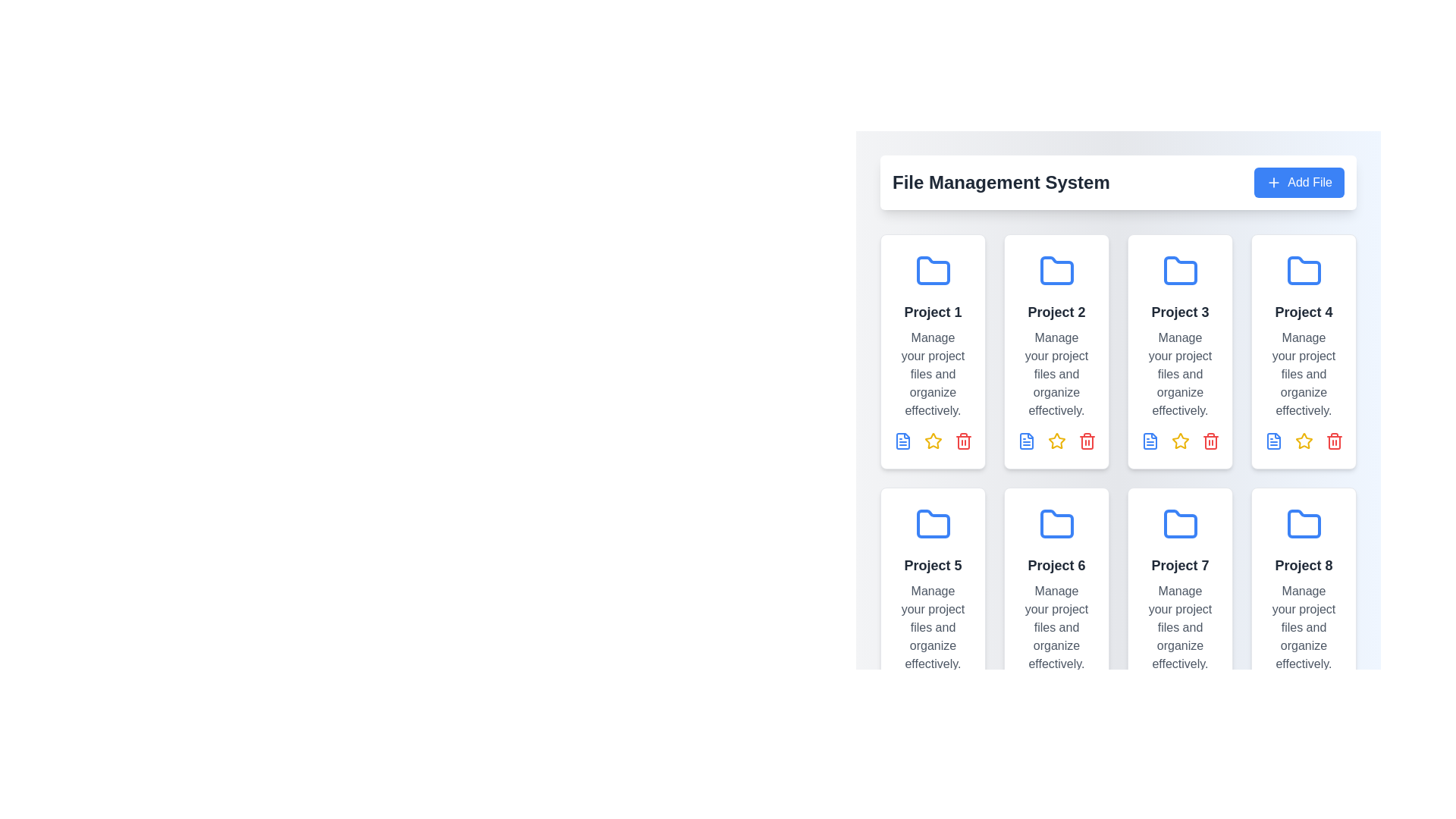 The height and width of the screenshot is (819, 1456). I want to click on the folder icon located in the top-left panel labeled 'Project 1' in the UI, which is the first element in the grid layout, so click(932, 270).